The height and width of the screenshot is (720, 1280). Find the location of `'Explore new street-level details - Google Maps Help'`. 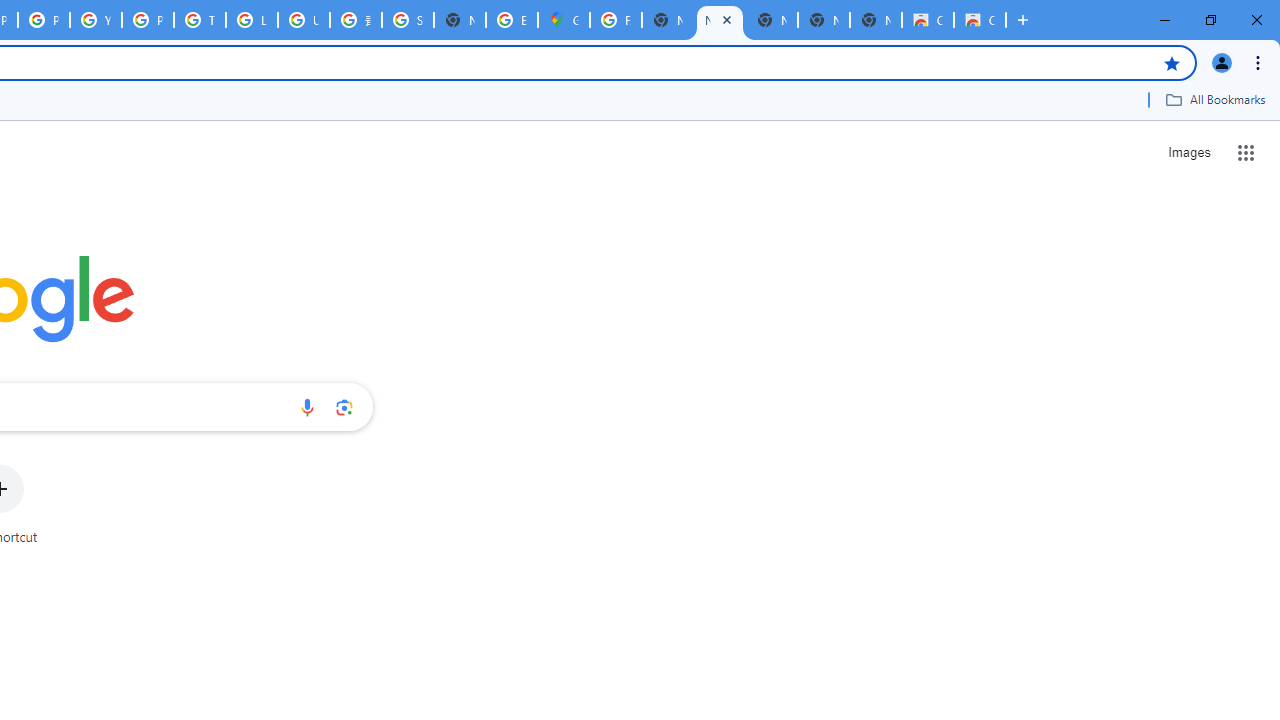

'Explore new street-level details - Google Maps Help' is located at coordinates (512, 20).